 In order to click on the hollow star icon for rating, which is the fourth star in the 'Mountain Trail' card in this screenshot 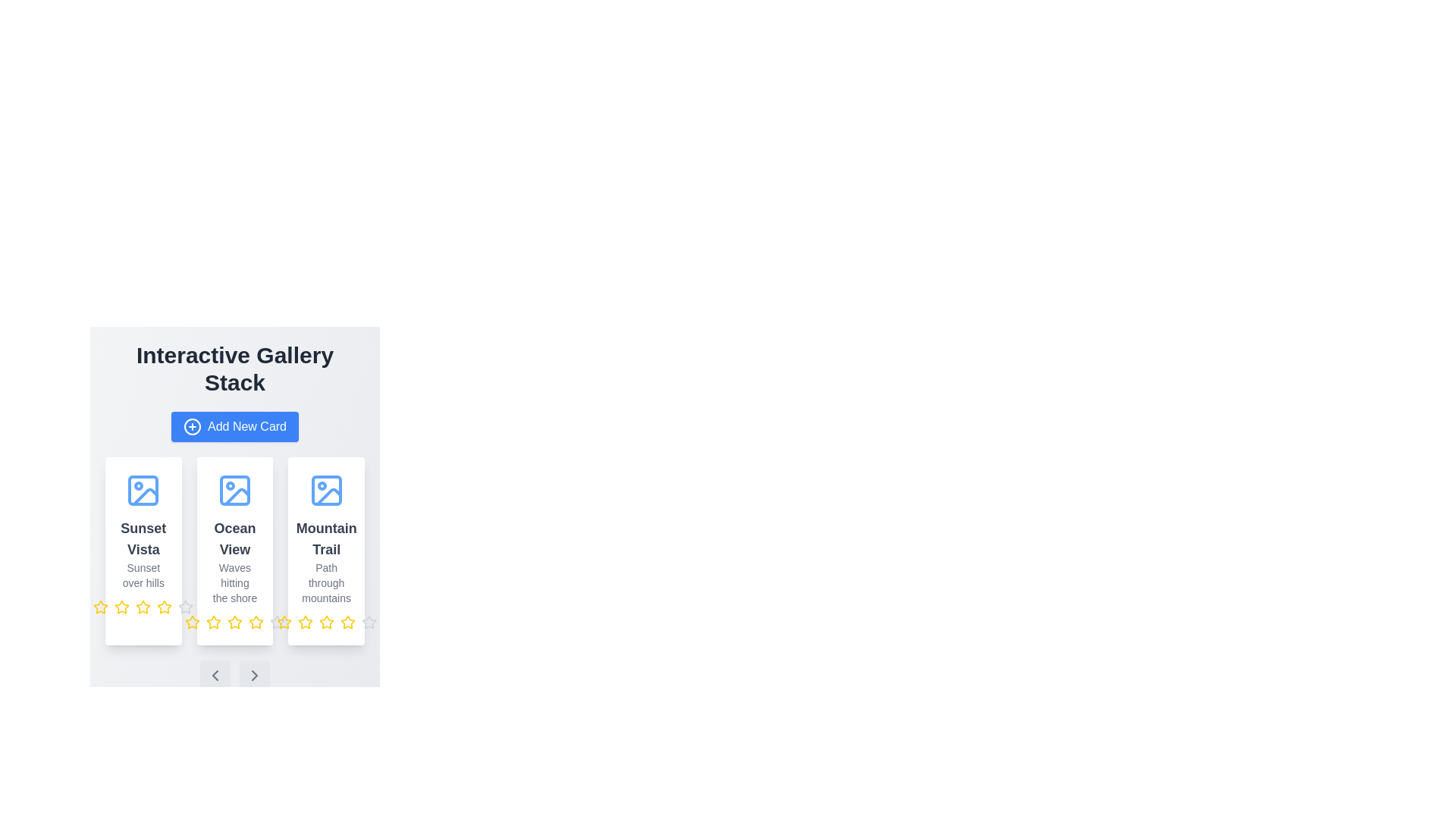, I will do `click(277, 622)`.